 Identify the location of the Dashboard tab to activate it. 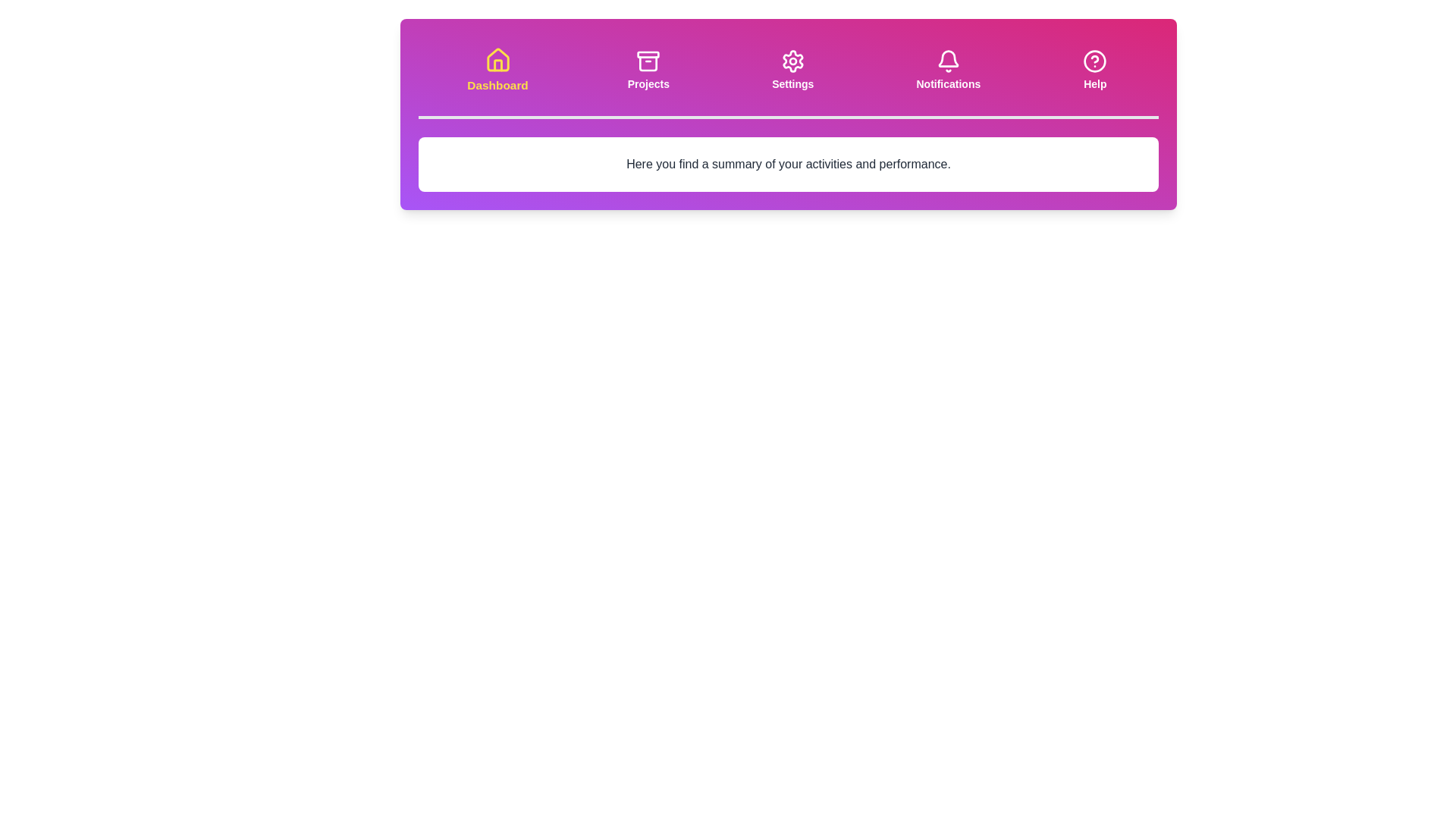
(497, 70).